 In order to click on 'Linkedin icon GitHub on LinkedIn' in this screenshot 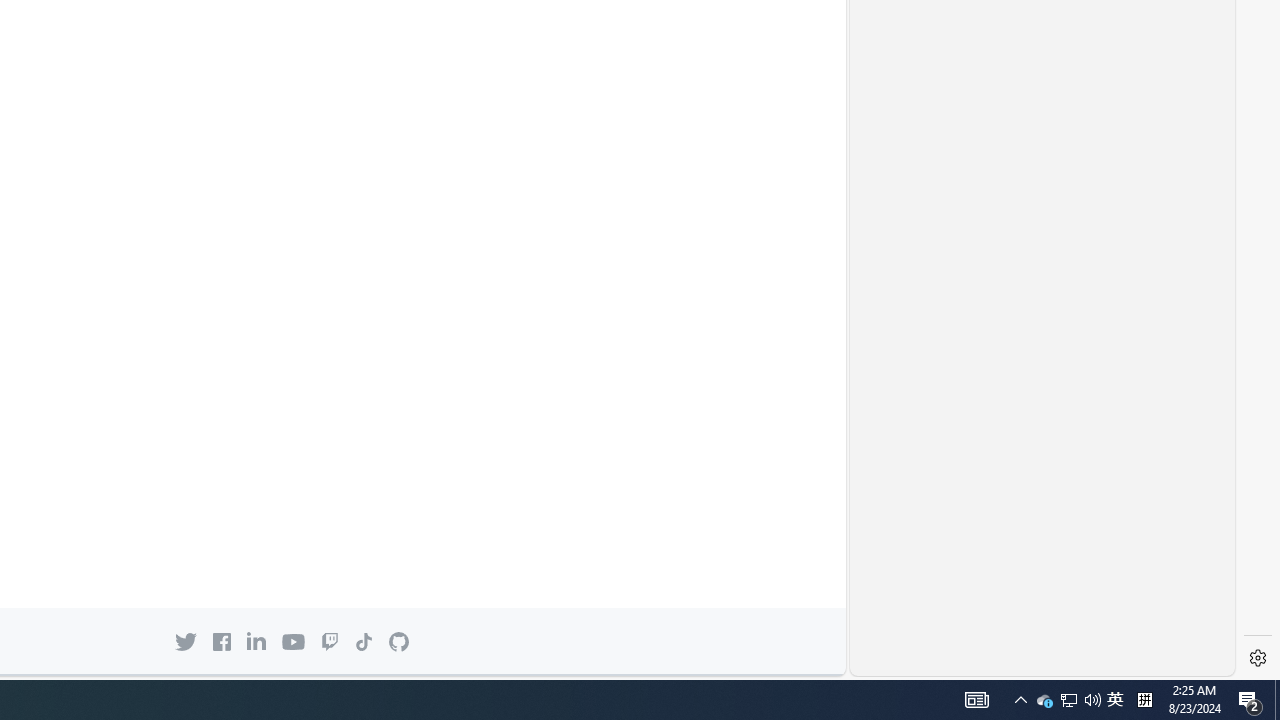, I will do `click(255, 641)`.